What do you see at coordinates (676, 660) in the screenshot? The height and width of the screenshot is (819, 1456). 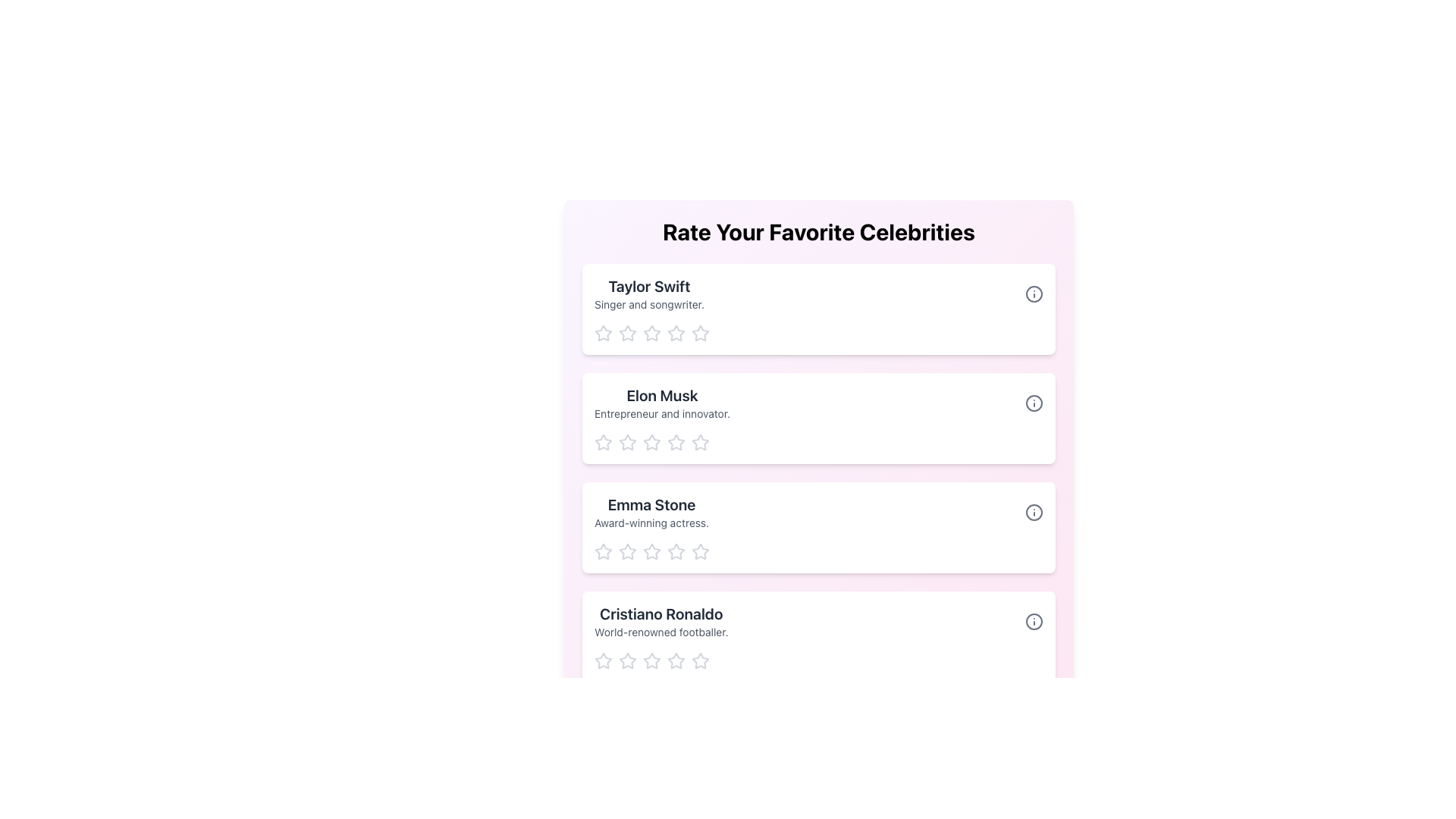 I see `the second star icon from the left in the rating system for 'Cristiano Ronaldo'` at bounding box center [676, 660].